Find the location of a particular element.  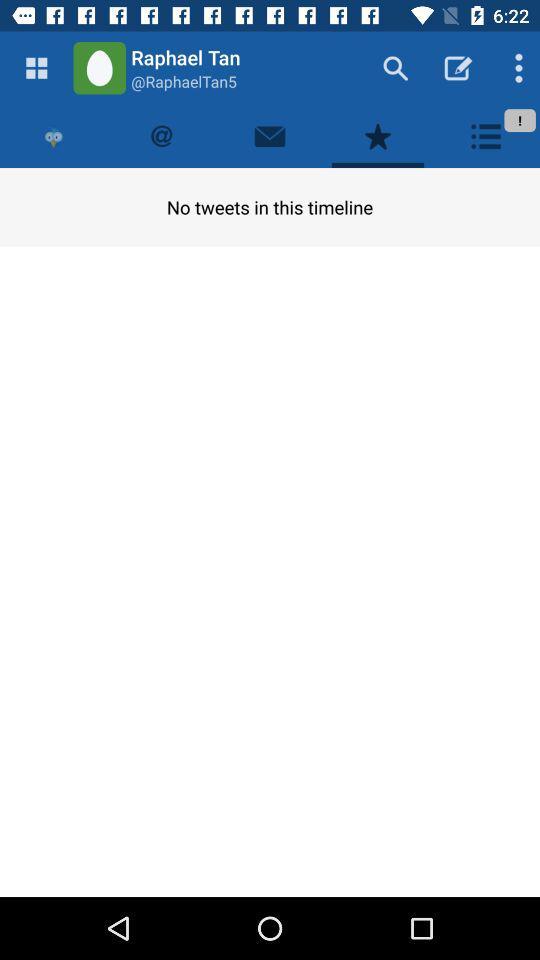

galary is located at coordinates (36, 68).